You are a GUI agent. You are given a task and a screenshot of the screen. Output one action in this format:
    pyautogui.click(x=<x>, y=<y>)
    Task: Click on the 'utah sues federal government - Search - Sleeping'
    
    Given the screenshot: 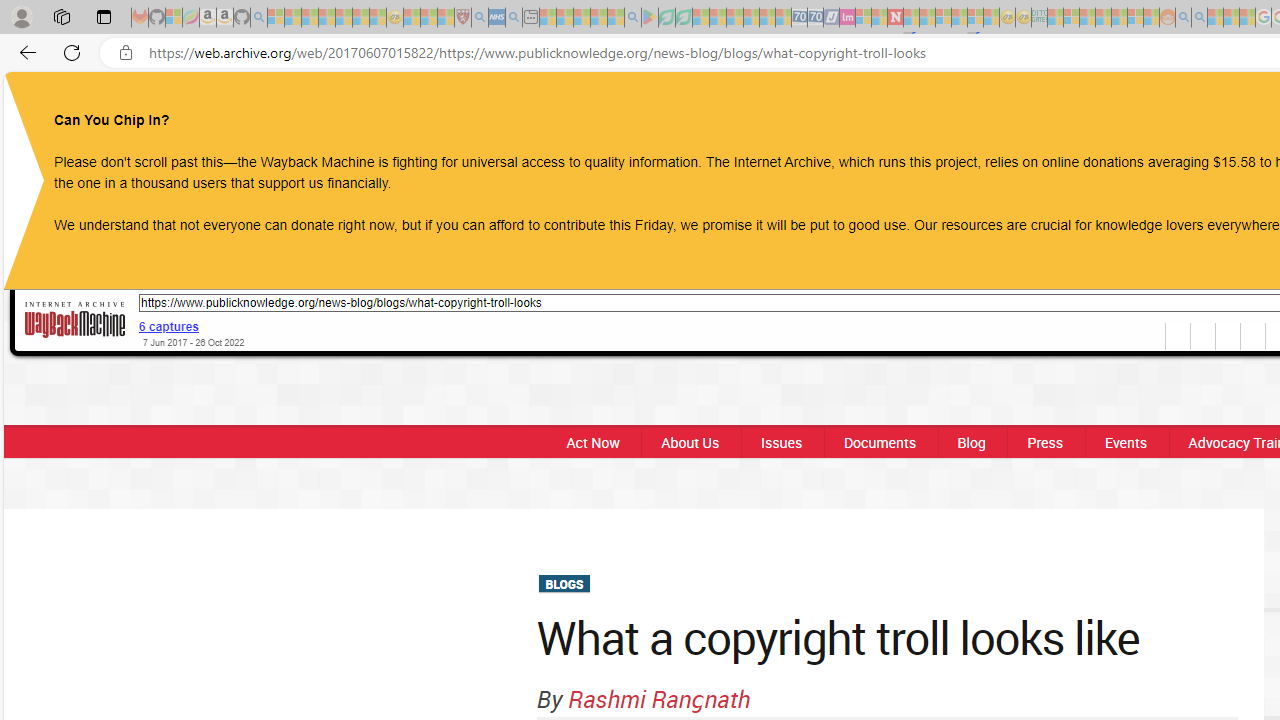 What is the action you would take?
    pyautogui.click(x=513, y=17)
    